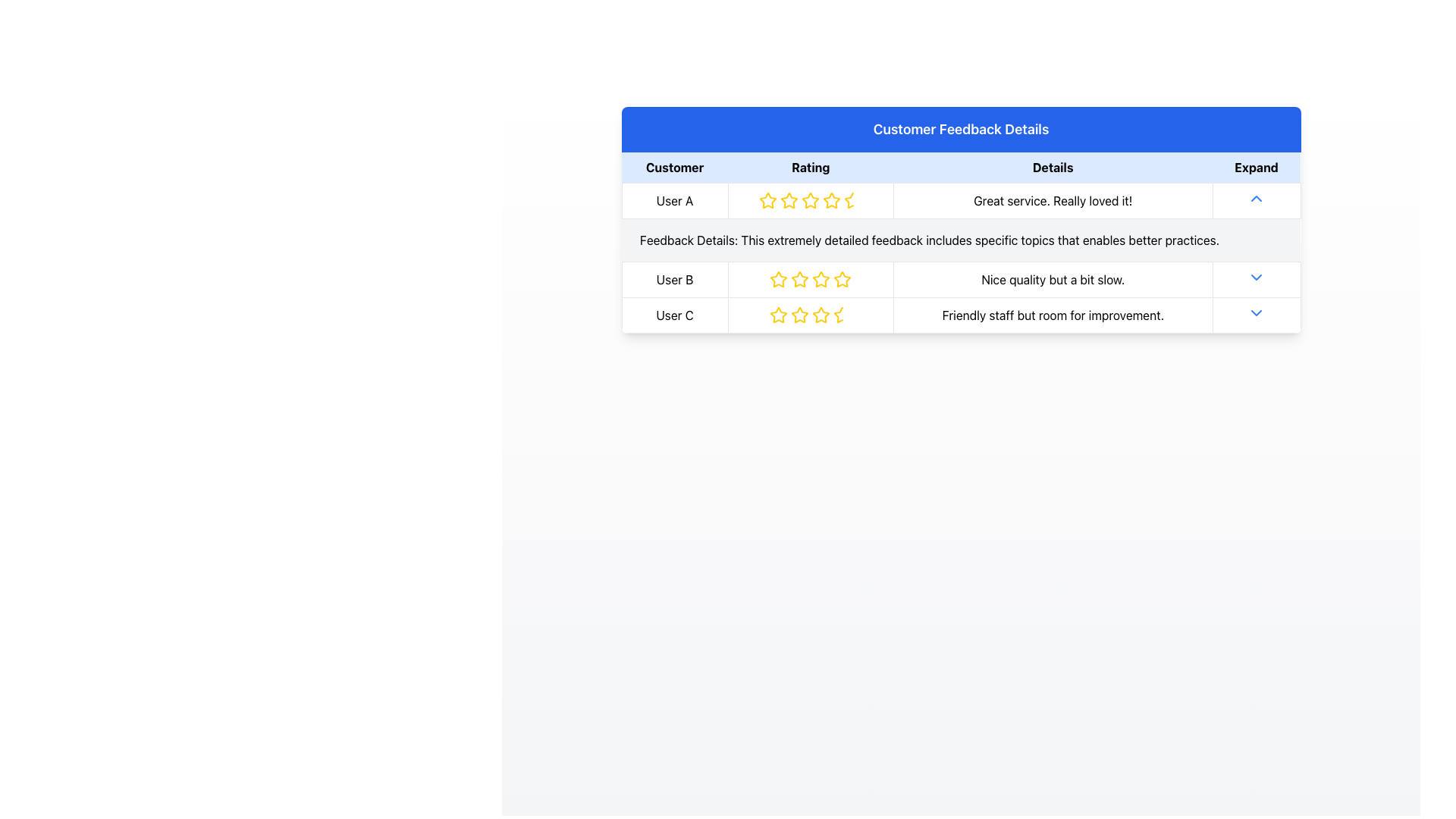 The image size is (1456, 819). I want to click on the third star icon in the rating column of the 'Customer Feedback Details' table associated with 'User B', so click(821, 279).